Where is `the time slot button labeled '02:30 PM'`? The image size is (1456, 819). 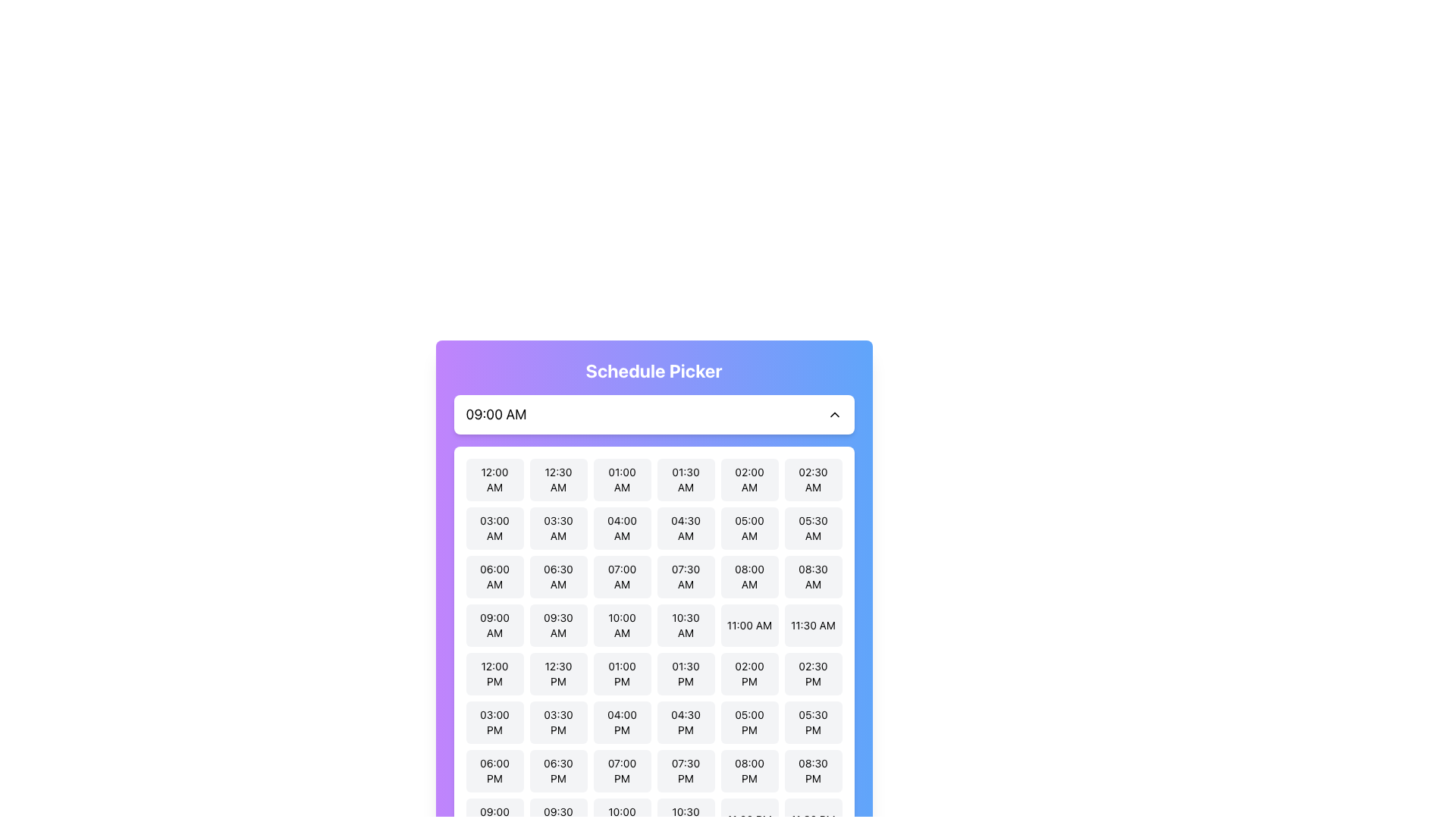
the time slot button labeled '02:30 PM' is located at coordinates (812, 673).